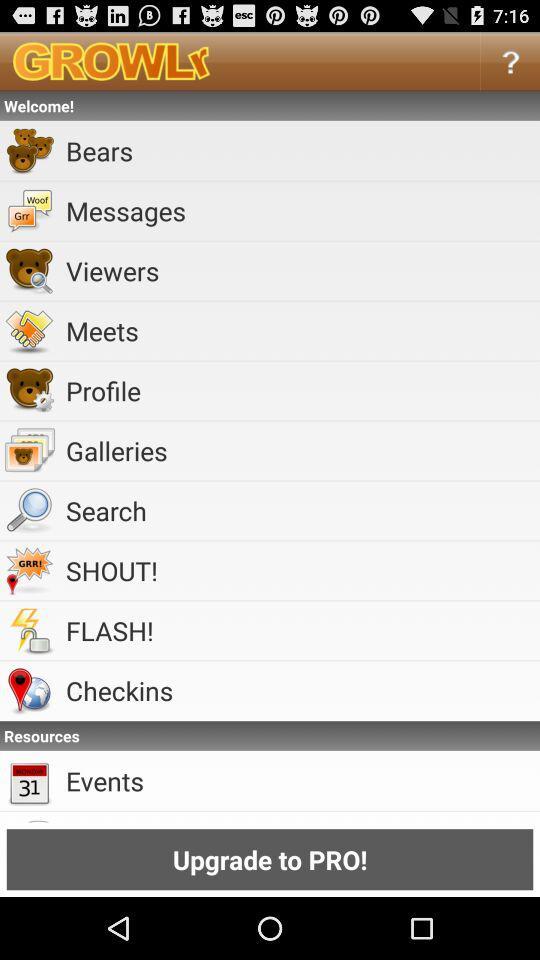 The height and width of the screenshot is (960, 540). Describe the element at coordinates (510, 61) in the screenshot. I see `click for help` at that location.